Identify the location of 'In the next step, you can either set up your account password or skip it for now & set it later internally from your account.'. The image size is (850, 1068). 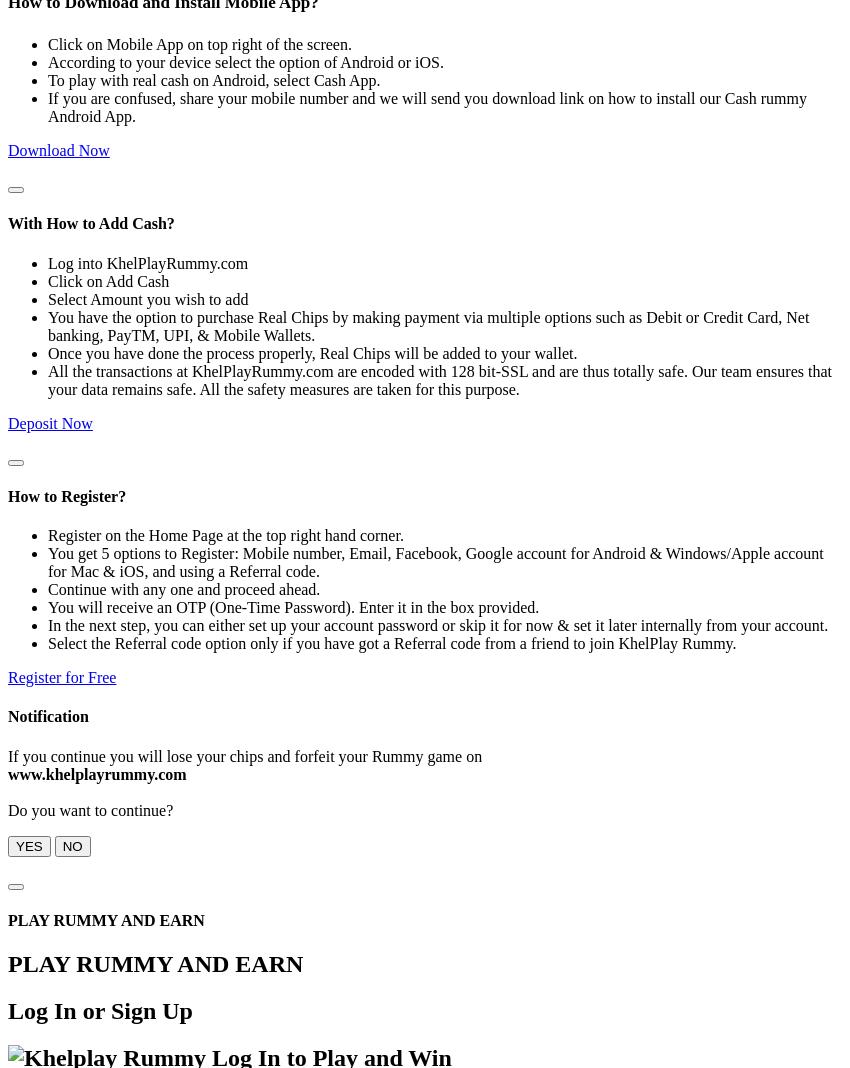
(437, 624).